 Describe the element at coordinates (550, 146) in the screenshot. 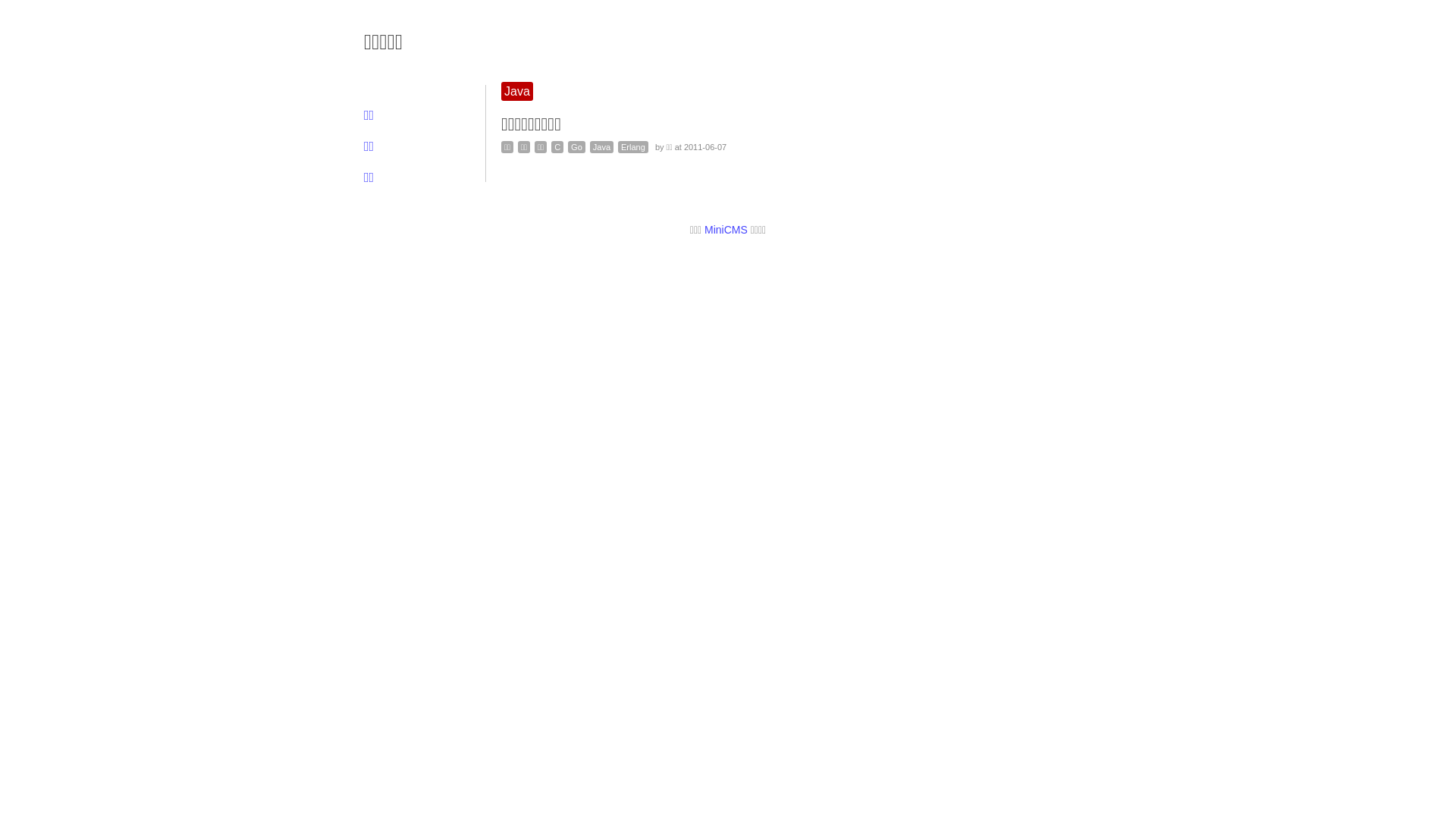

I see `'C'` at that location.